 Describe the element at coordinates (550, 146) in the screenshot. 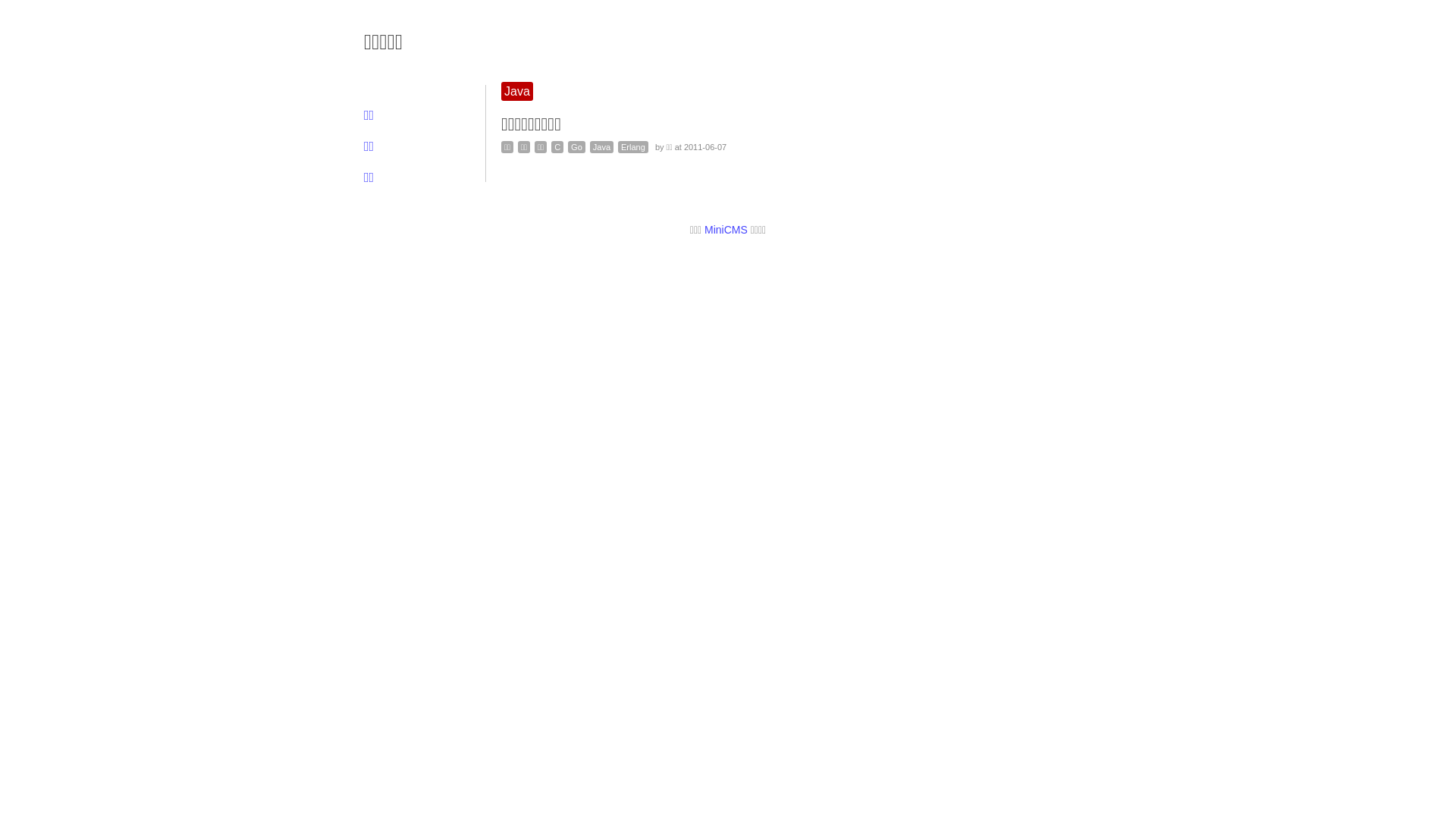

I see `'C'` at that location.